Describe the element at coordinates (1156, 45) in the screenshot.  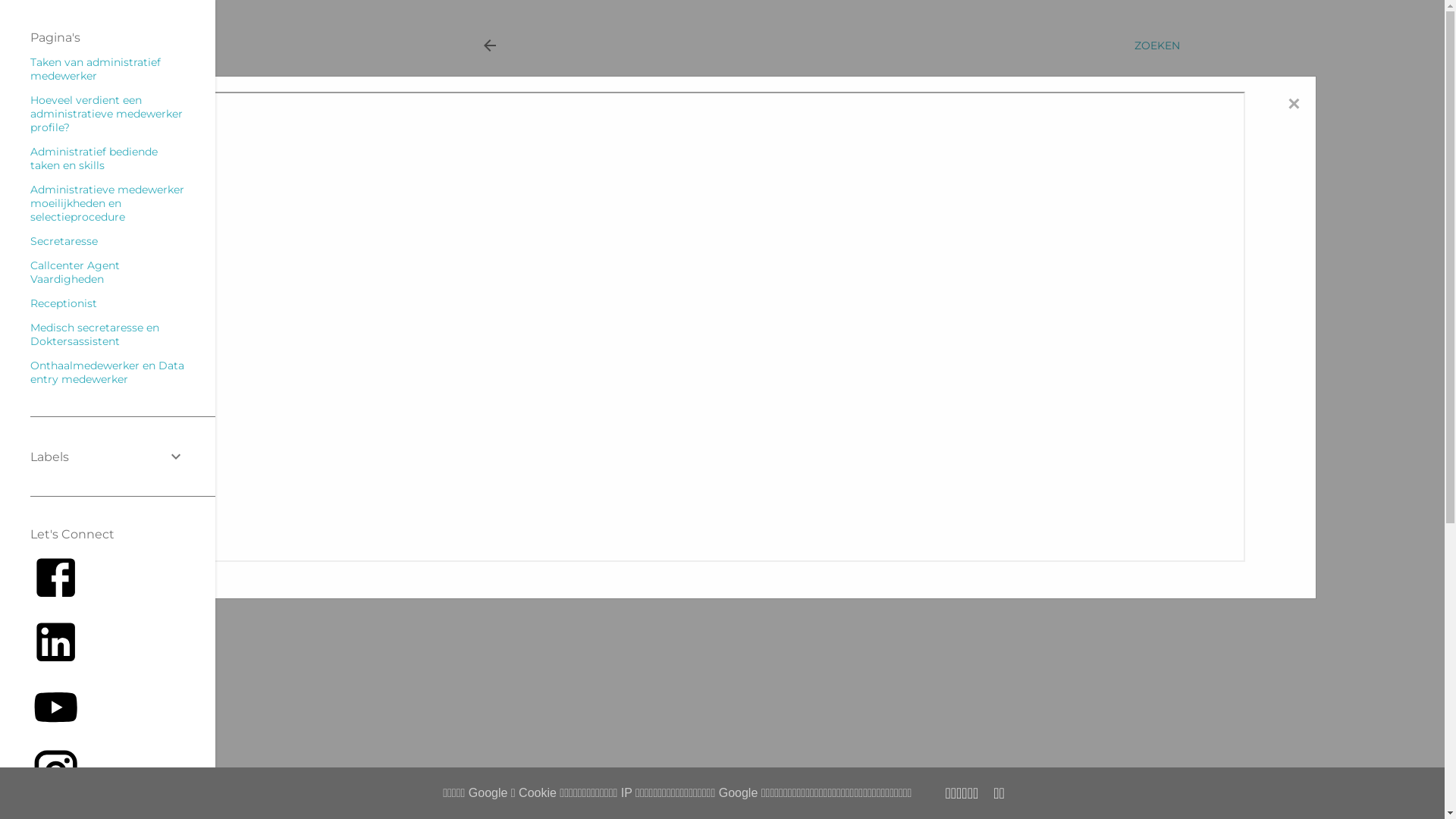
I see `'ZOEKEN'` at that location.